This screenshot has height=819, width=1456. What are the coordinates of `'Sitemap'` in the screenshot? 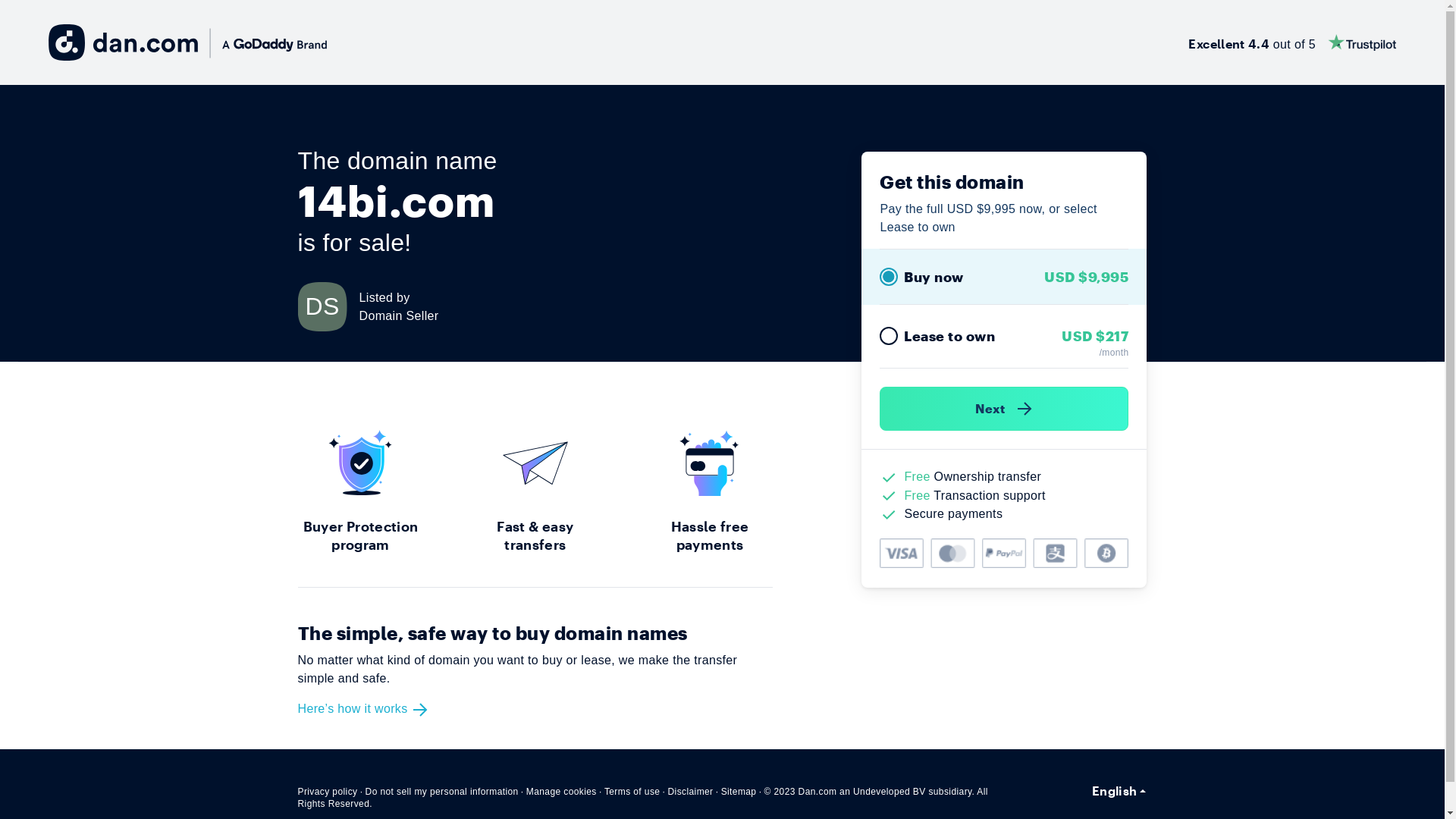 It's located at (739, 791).